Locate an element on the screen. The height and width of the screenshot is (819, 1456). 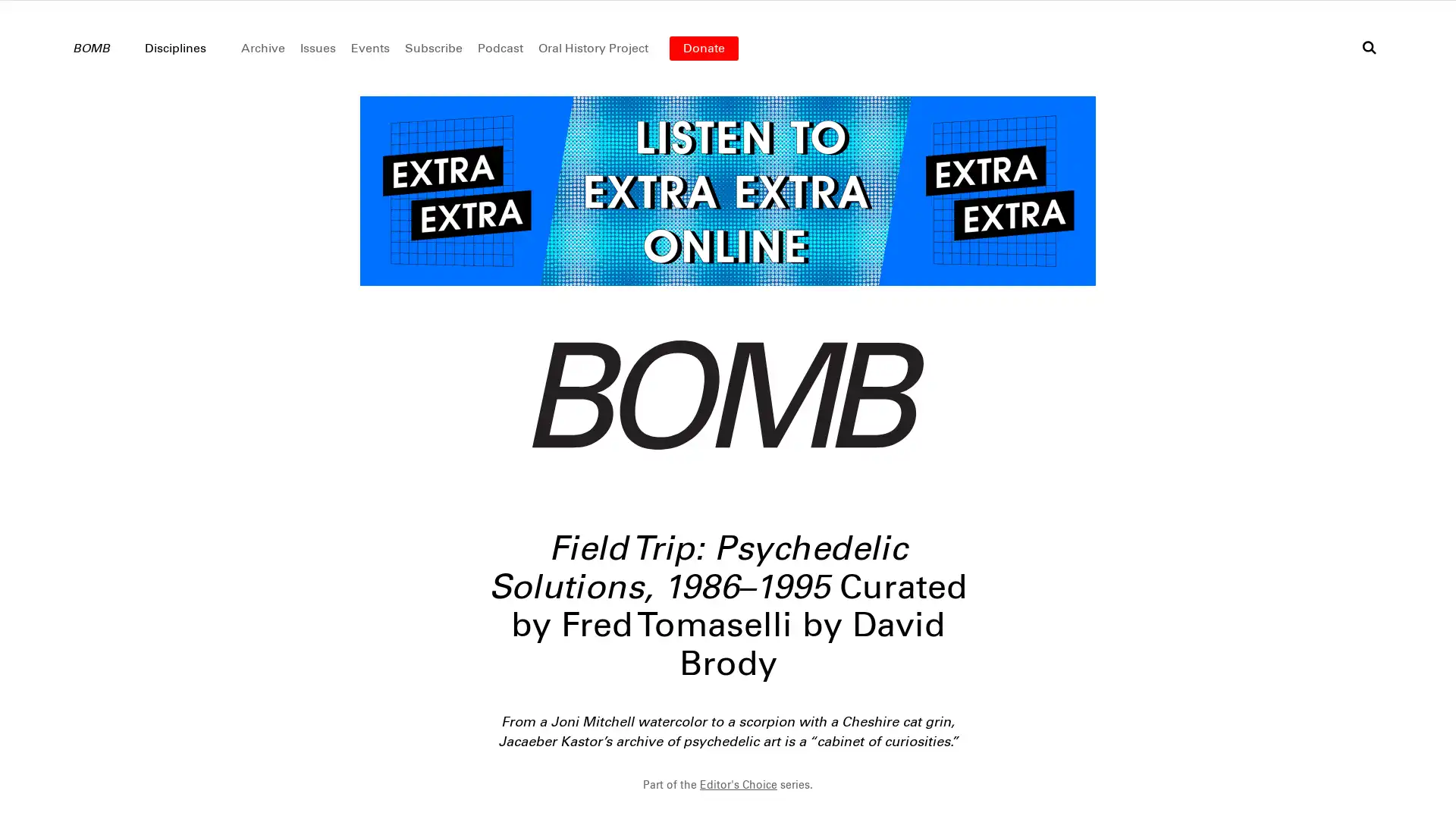
search is located at coordinates (1369, 46).